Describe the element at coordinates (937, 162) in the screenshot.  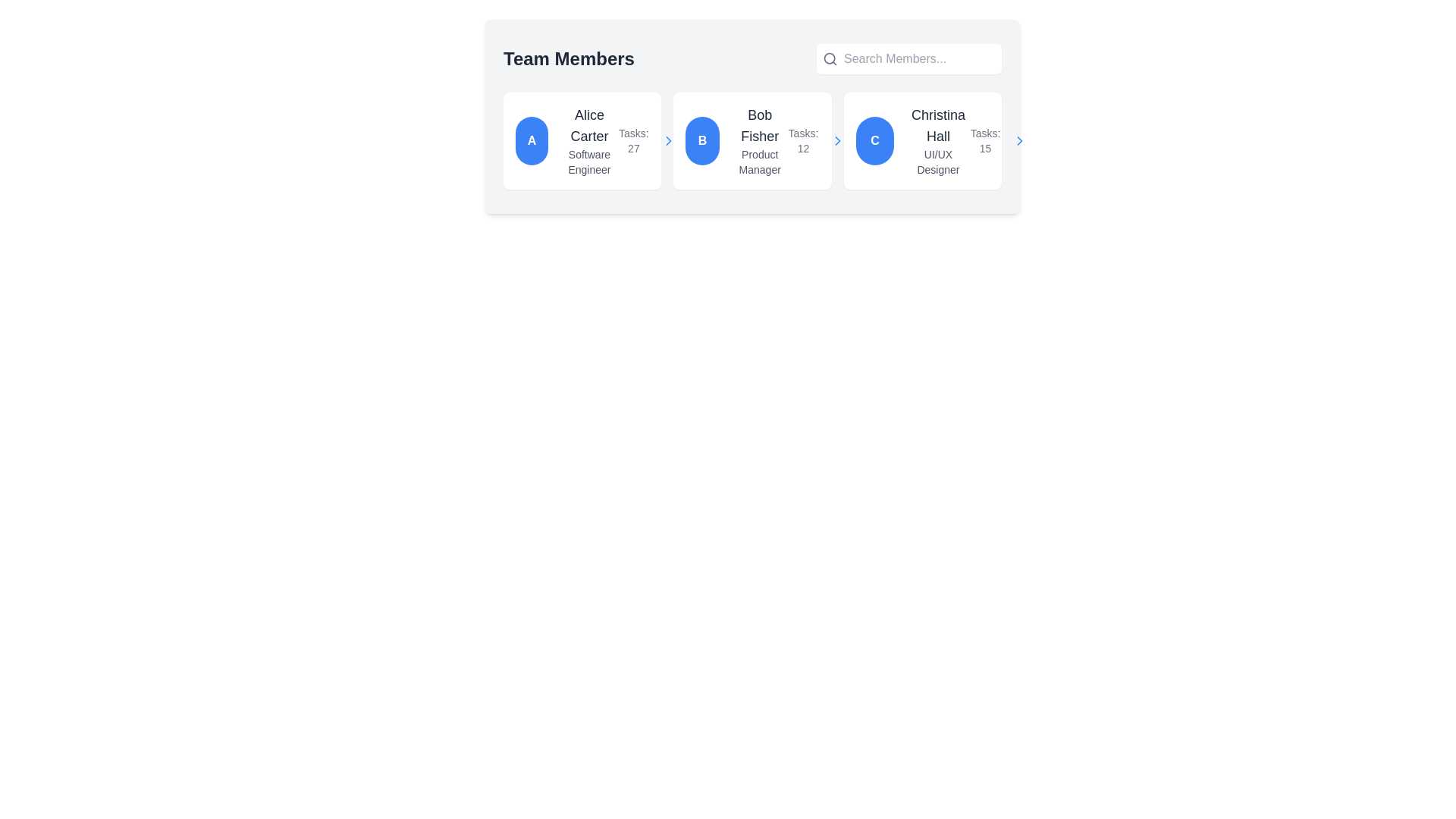
I see `role description from the text label that reads 'UI/UX Designer', which is displayed in gray color below the name 'Christina Hall'` at that location.